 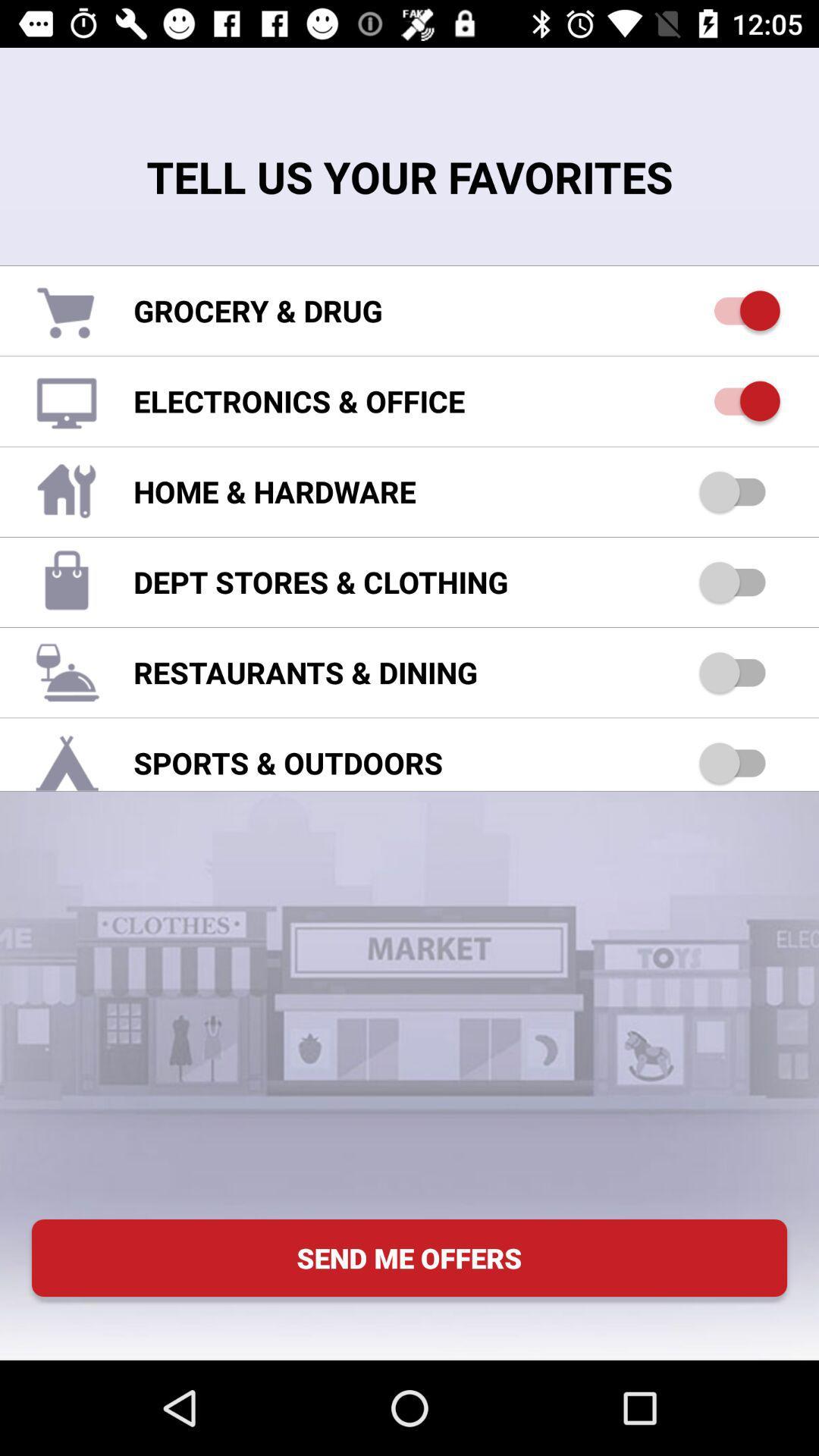 I want to click on the button is used to turn on, so click(x=739, y=491).